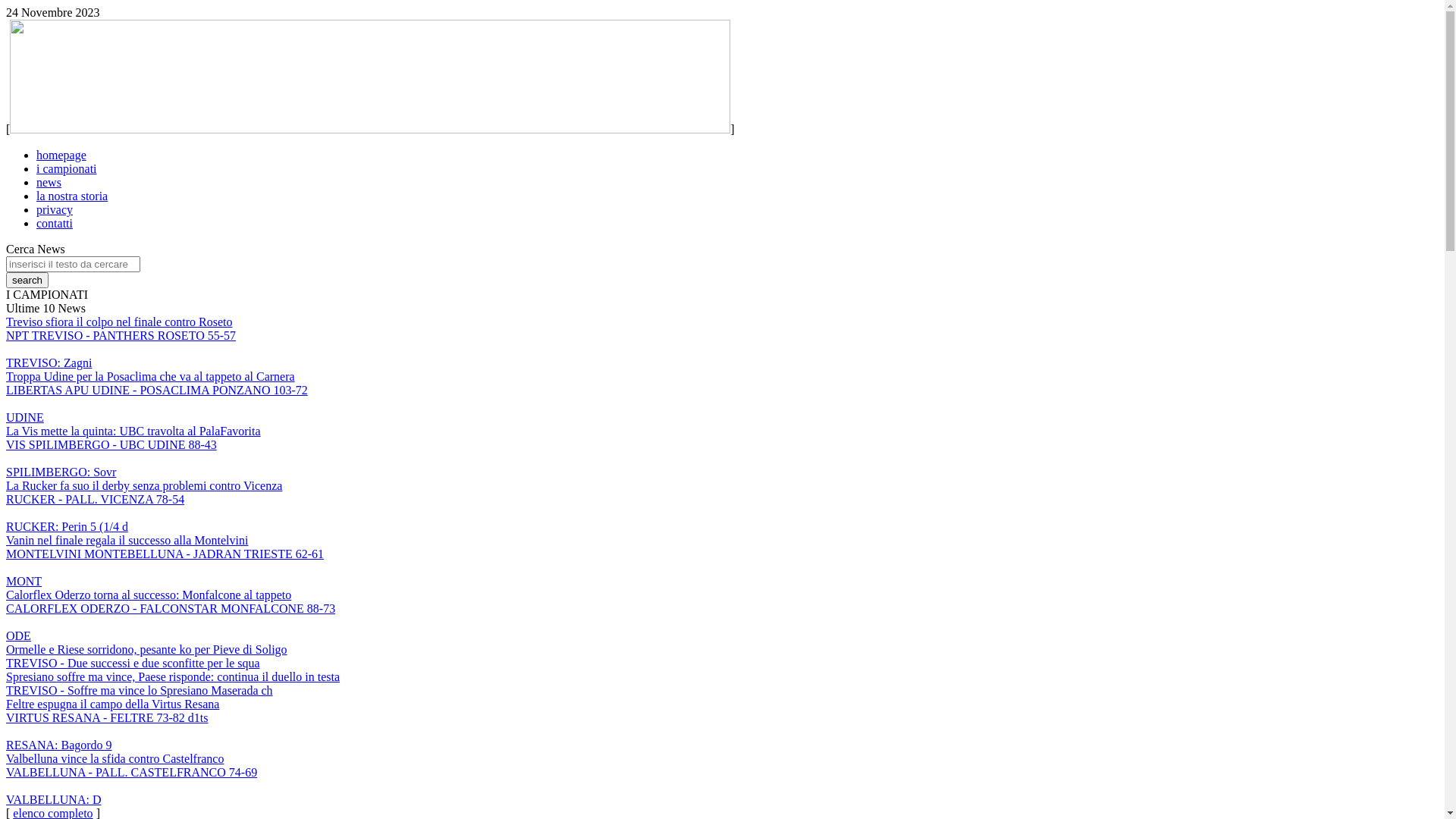  I want to click on 'la nostra storia', so click(71, 195).